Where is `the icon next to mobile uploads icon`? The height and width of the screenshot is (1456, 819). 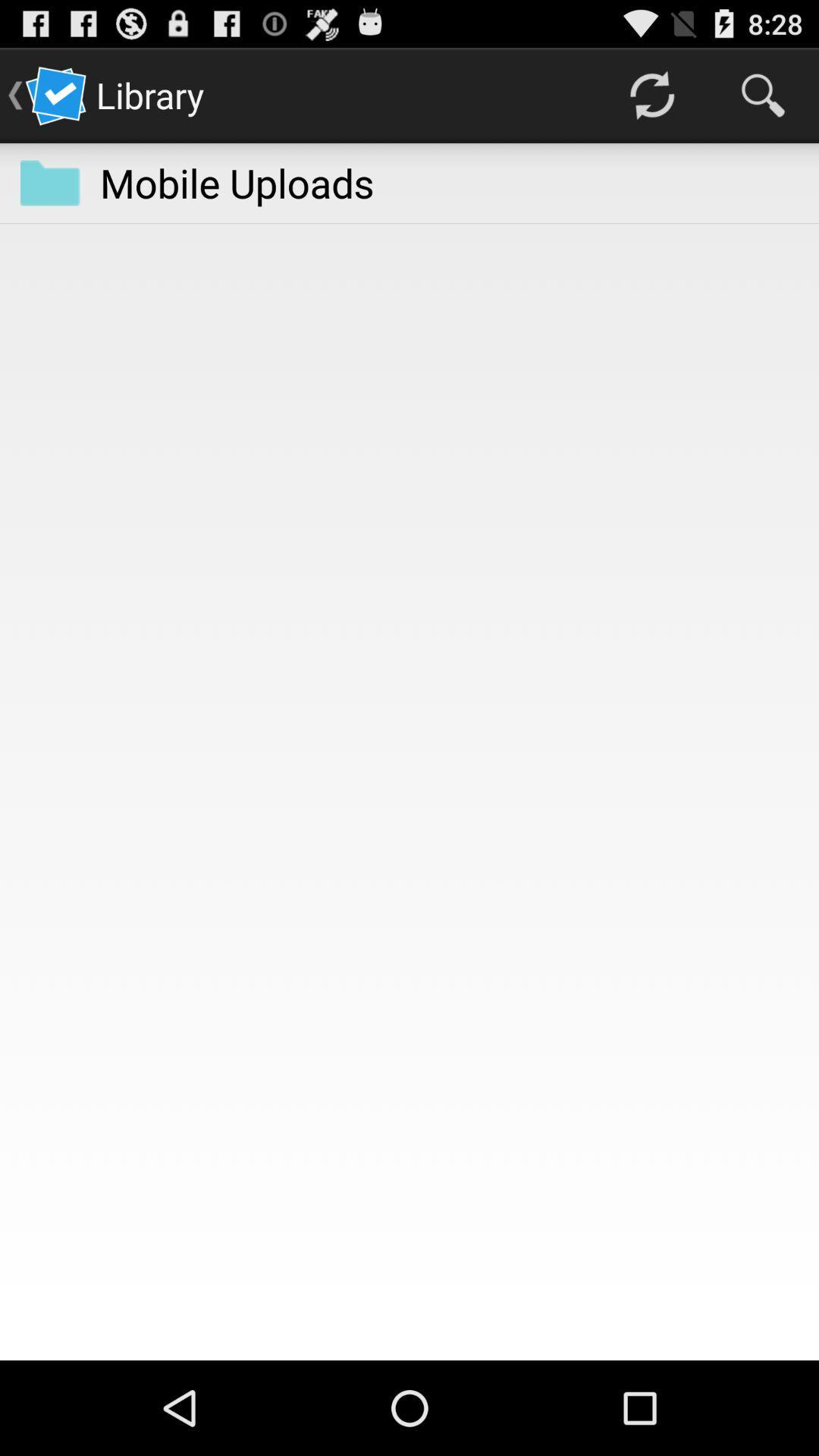
the icon next to mobile uploads icon is located at coordinates (651, 94).